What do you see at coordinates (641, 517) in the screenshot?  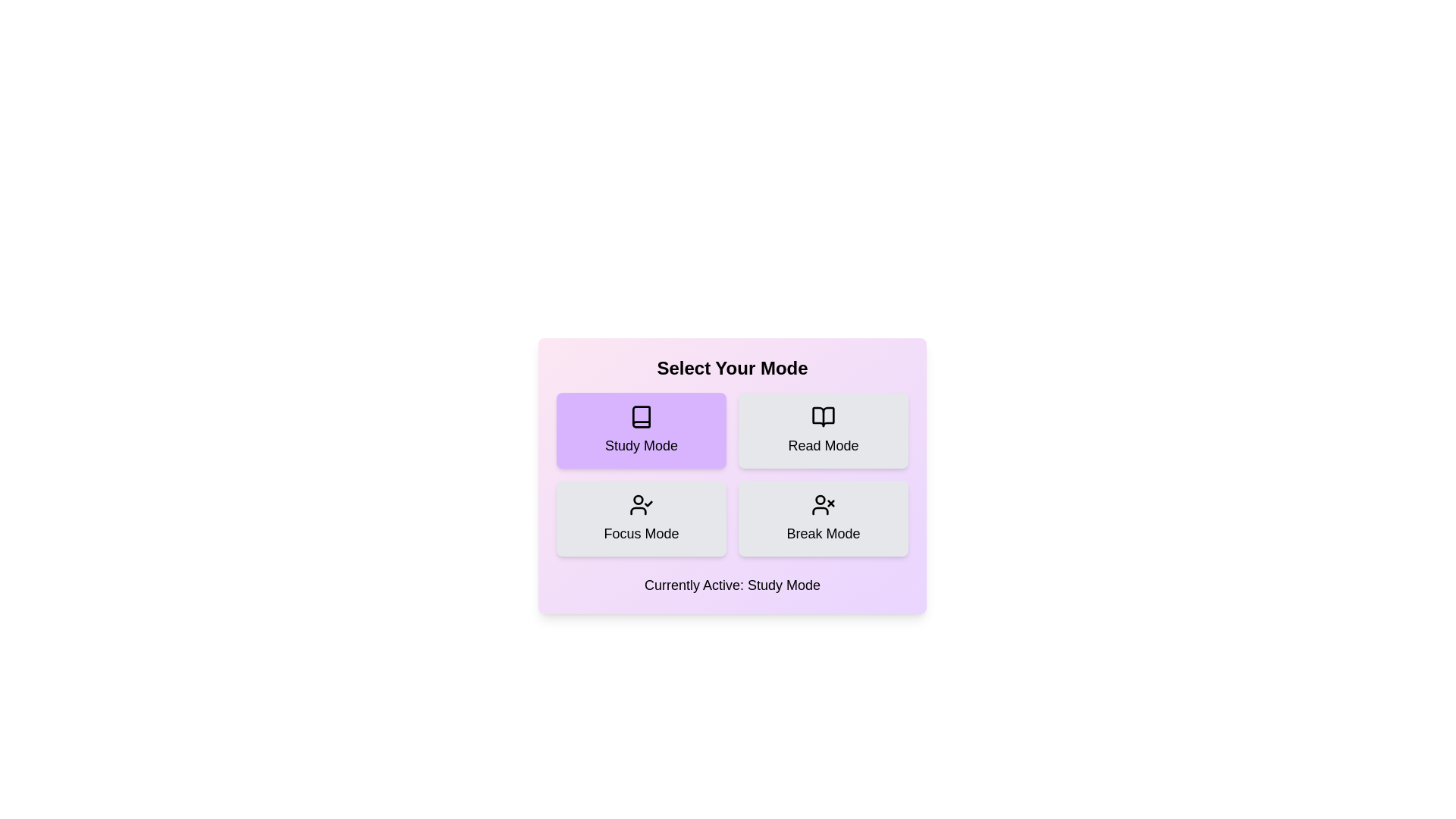 I see `the button corresponding to the desired mode: Focus Mode` at bounding box center [641, 517].